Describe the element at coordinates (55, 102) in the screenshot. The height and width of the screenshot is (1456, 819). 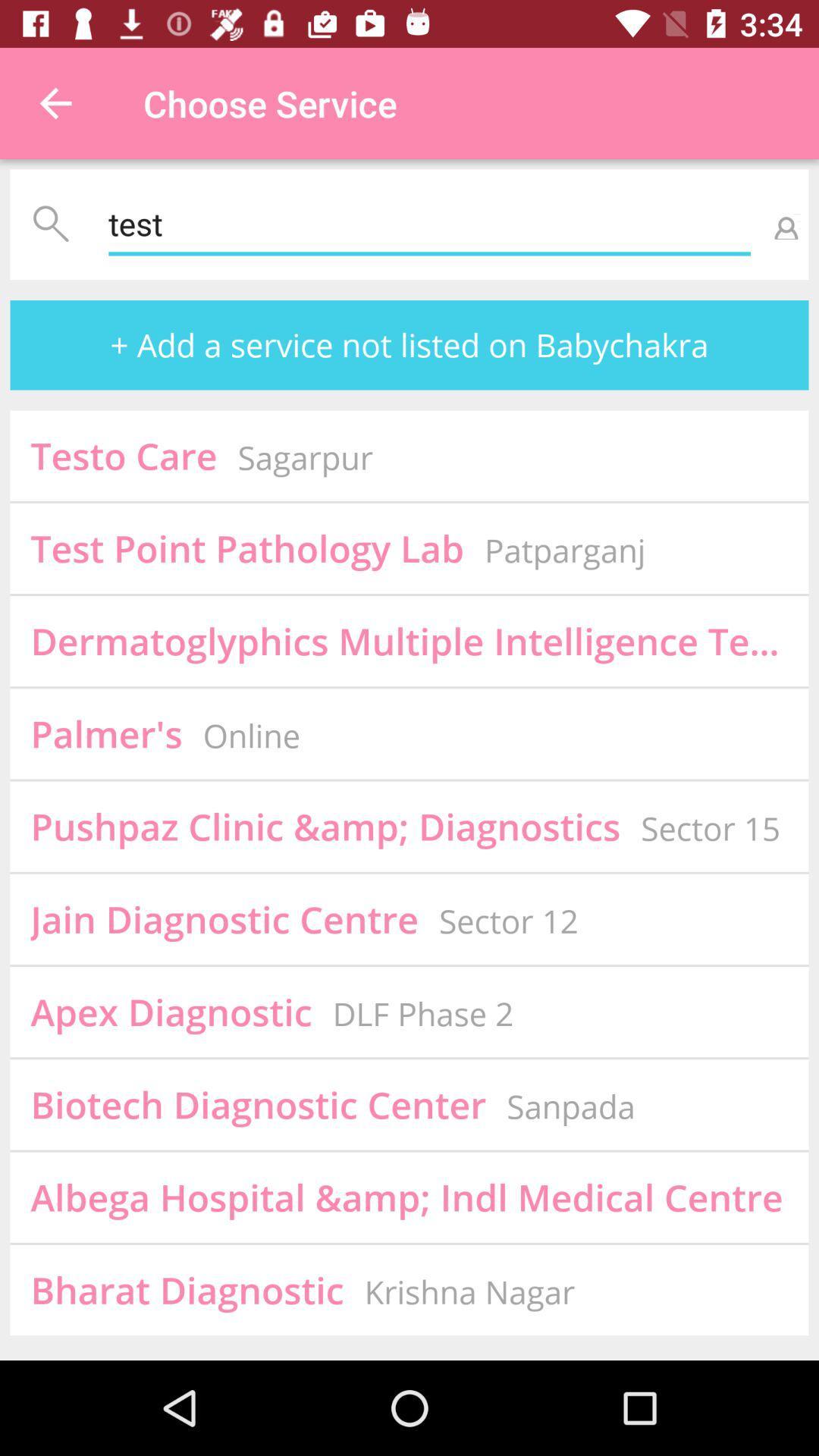
I see `icon to the left of the choose service` at that location.